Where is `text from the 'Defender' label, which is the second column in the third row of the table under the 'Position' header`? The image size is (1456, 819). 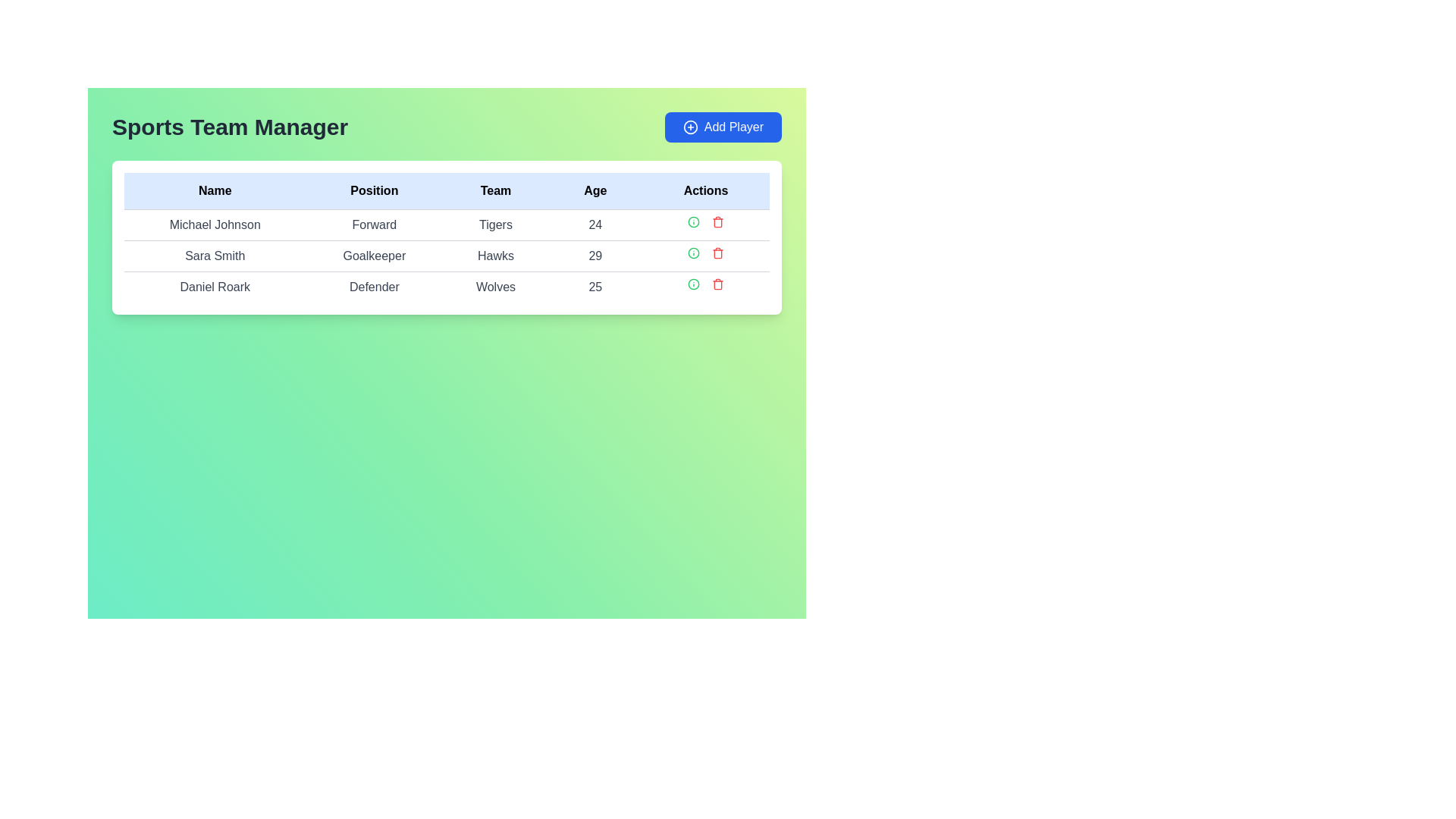 text from the 'Defender' label, which is the second column in the third row of the table under the 'Position' header is located at coordinates (374, 287).